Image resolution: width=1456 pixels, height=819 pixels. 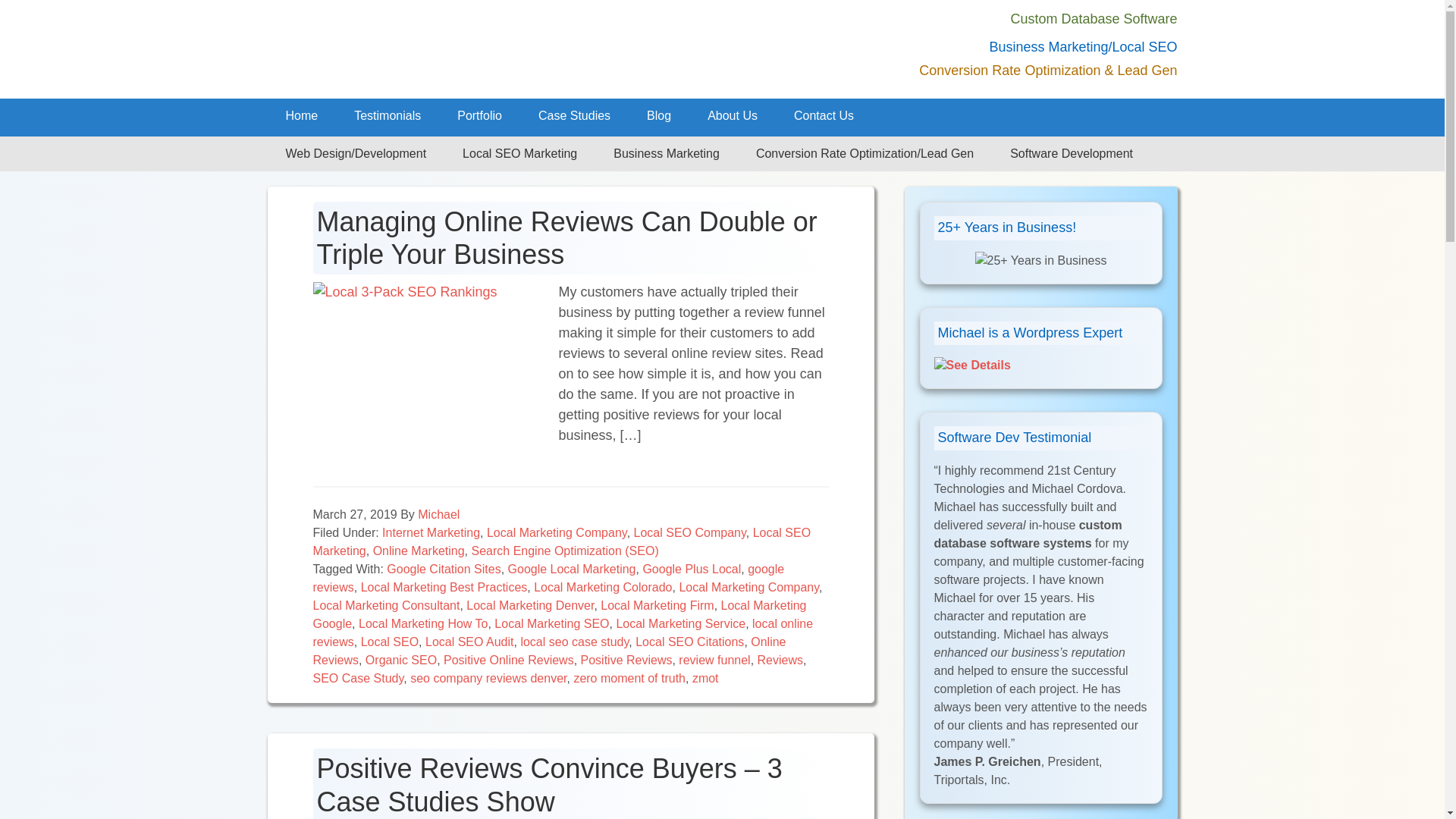 What do you see at coordinates (972, 365) in the screenshot?
I see `'See Details'` at bounding box center [972, 365].